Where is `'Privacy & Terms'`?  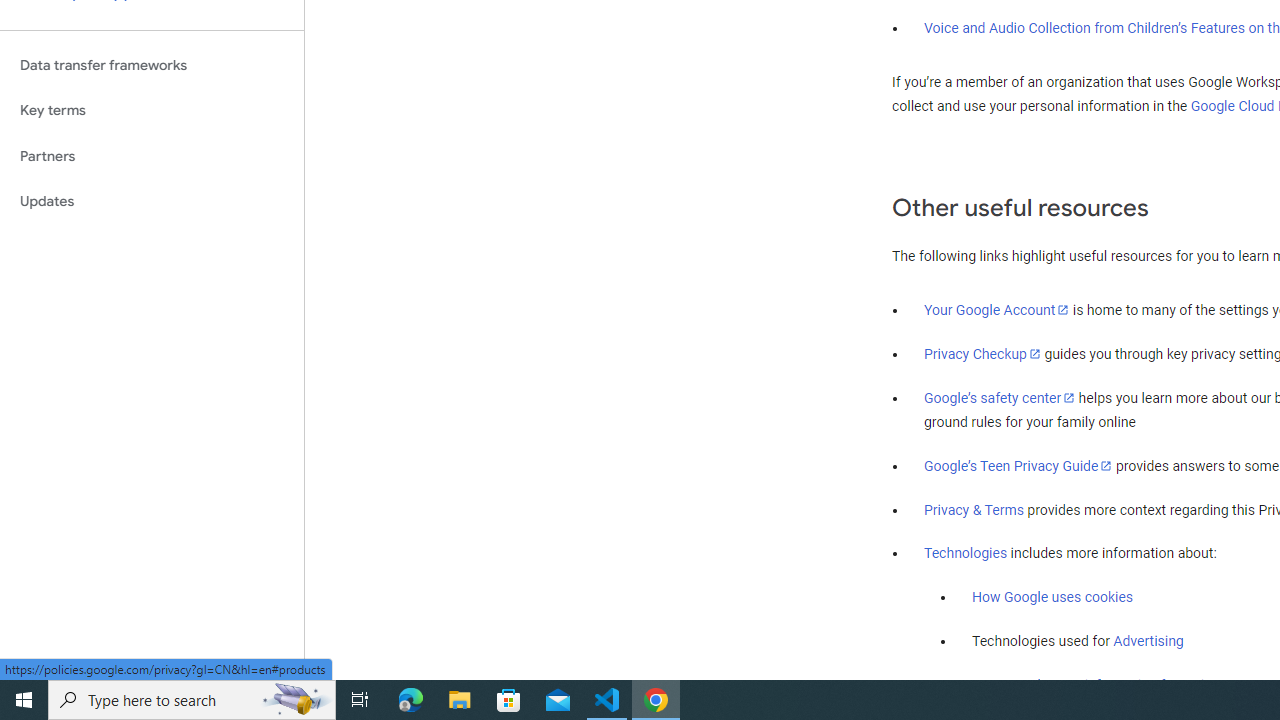
'Privacy & Terms' is located at coordinates (974, 509).